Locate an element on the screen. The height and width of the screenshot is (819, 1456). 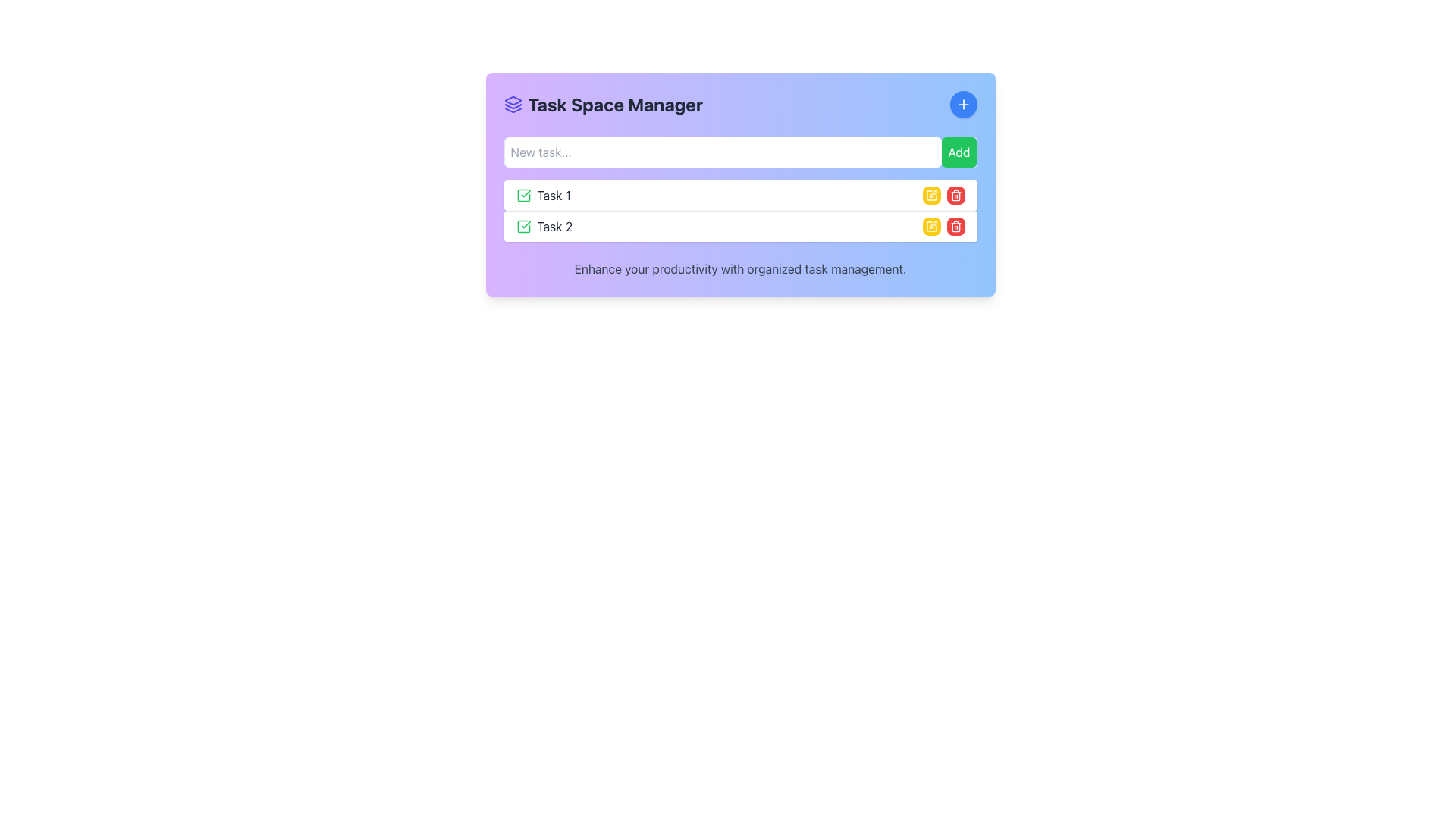
the 'Add' button, which is a rectangular button with a green background and white text, located to the right of the 'New task...' input field is located at coordinates (958, 152).